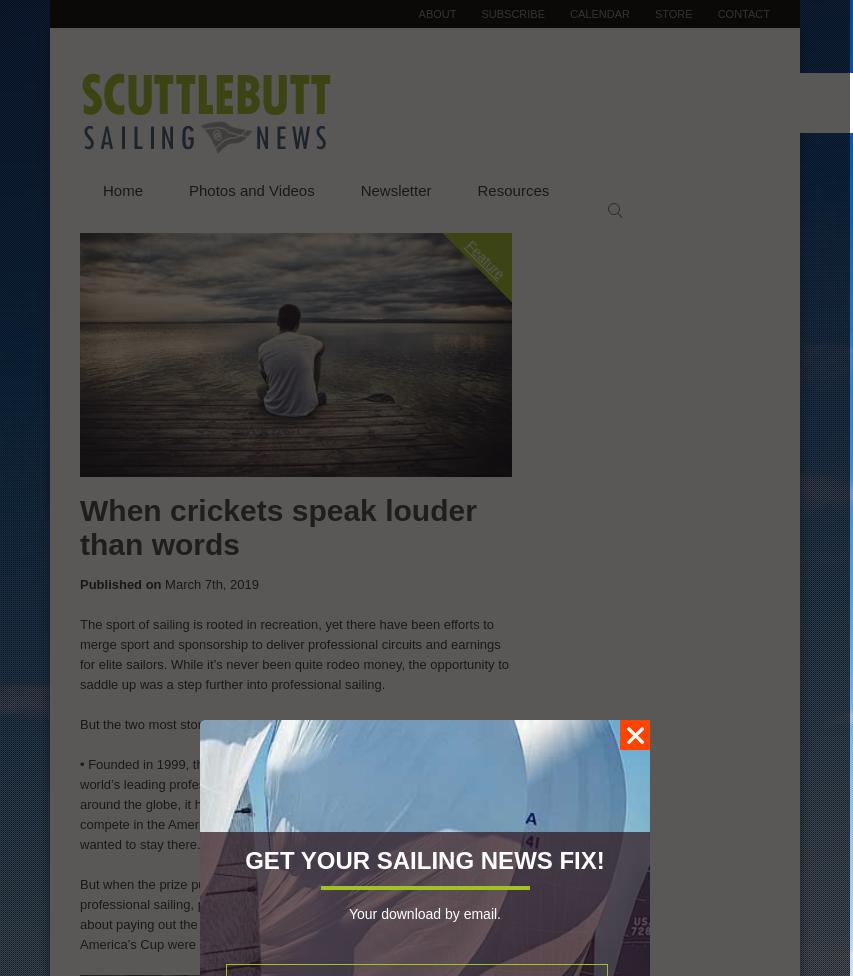 Image resolution: width=853 pixels, height=976 pixels. Describe the element at coordinates (290, 764) in the screenshot. I see `'World Match Racing Tour'` at that location.